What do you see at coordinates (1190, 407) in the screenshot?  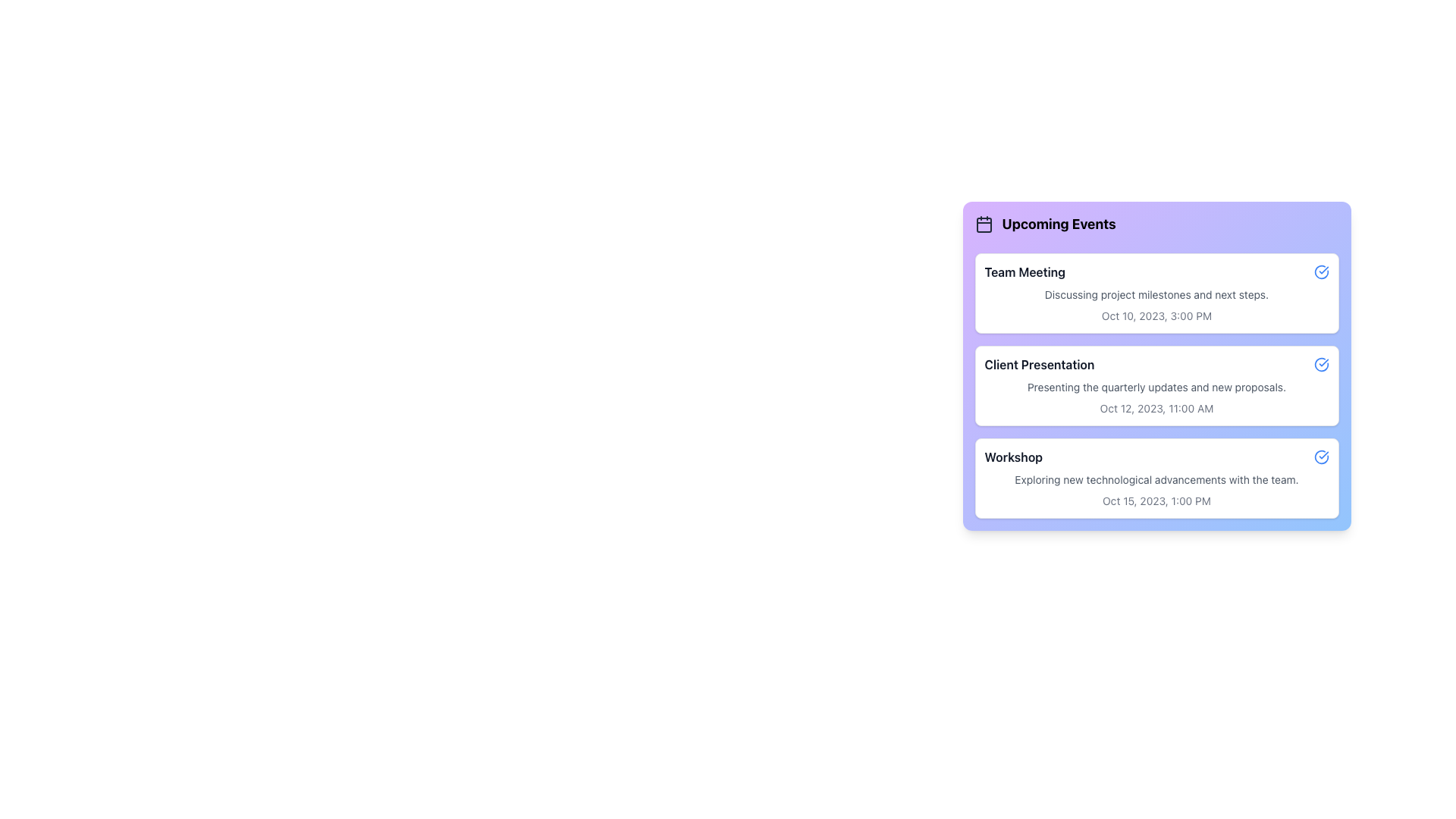 I see `the static text label displaying the time value '11:00 AM' located in the 'Upcoming Events' section under 'Client Presentation'` at bounding box center [1190, 407].